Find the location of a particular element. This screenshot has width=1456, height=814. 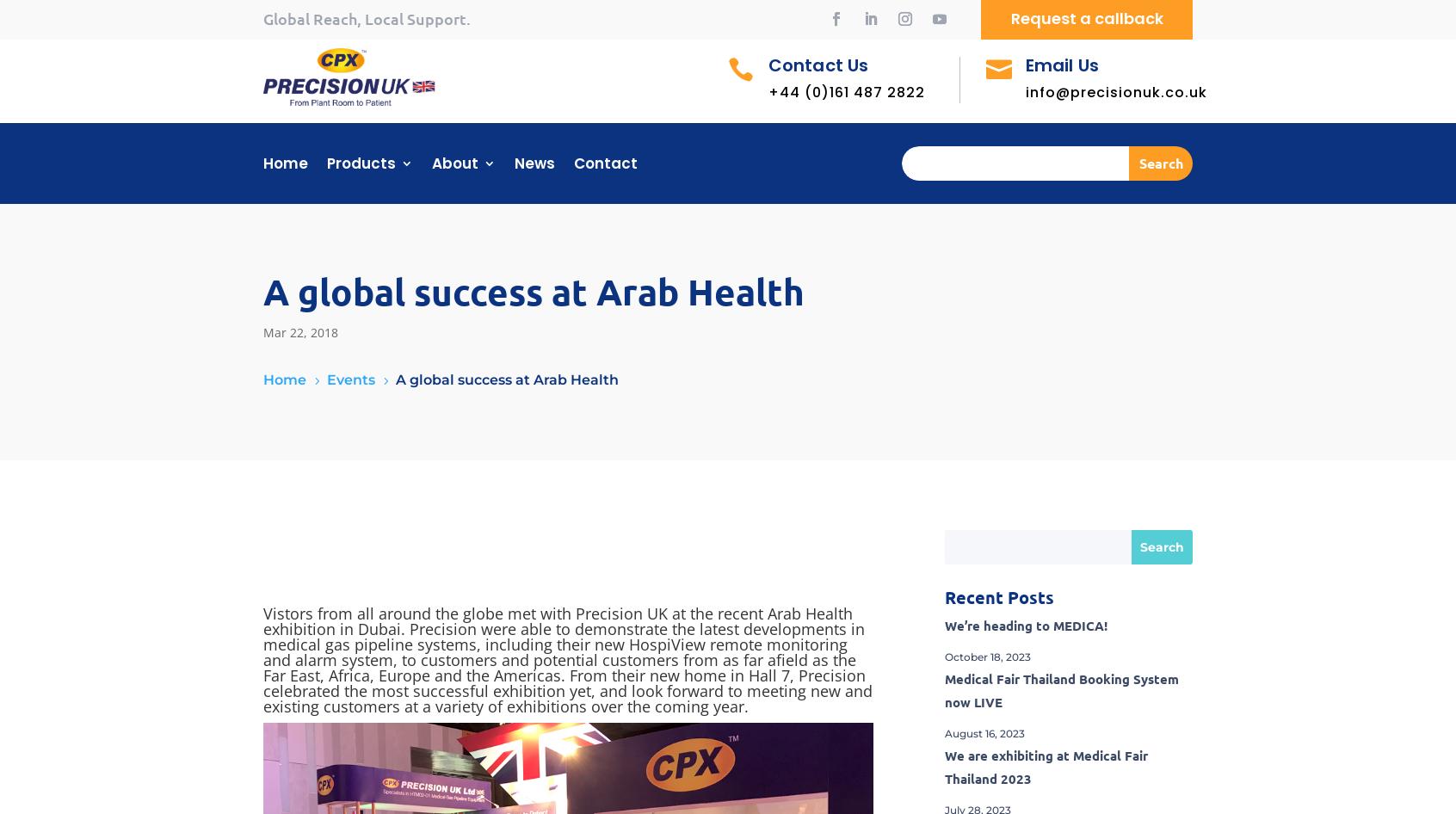

'Bedheads & Flowmeters' is located at coordinates (427, 566).